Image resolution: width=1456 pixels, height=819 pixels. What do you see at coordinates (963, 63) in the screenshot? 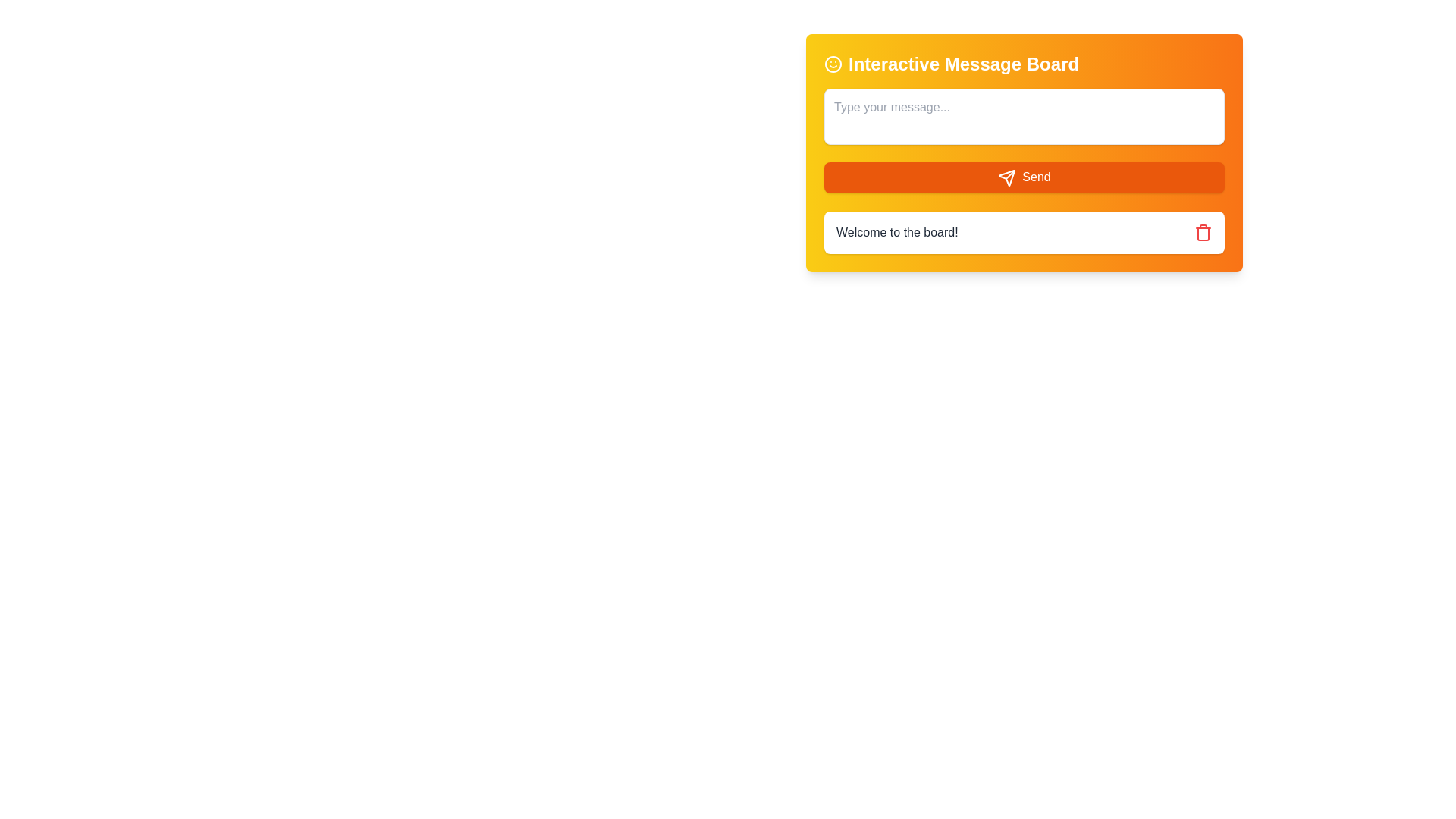
I see `the 'Interactive Message Board' text label, which is styled with a bold, large, white font on an orange gradient background, located in the top-left corner of the header section next to a smiley icon` at bounding box center [963, 63].